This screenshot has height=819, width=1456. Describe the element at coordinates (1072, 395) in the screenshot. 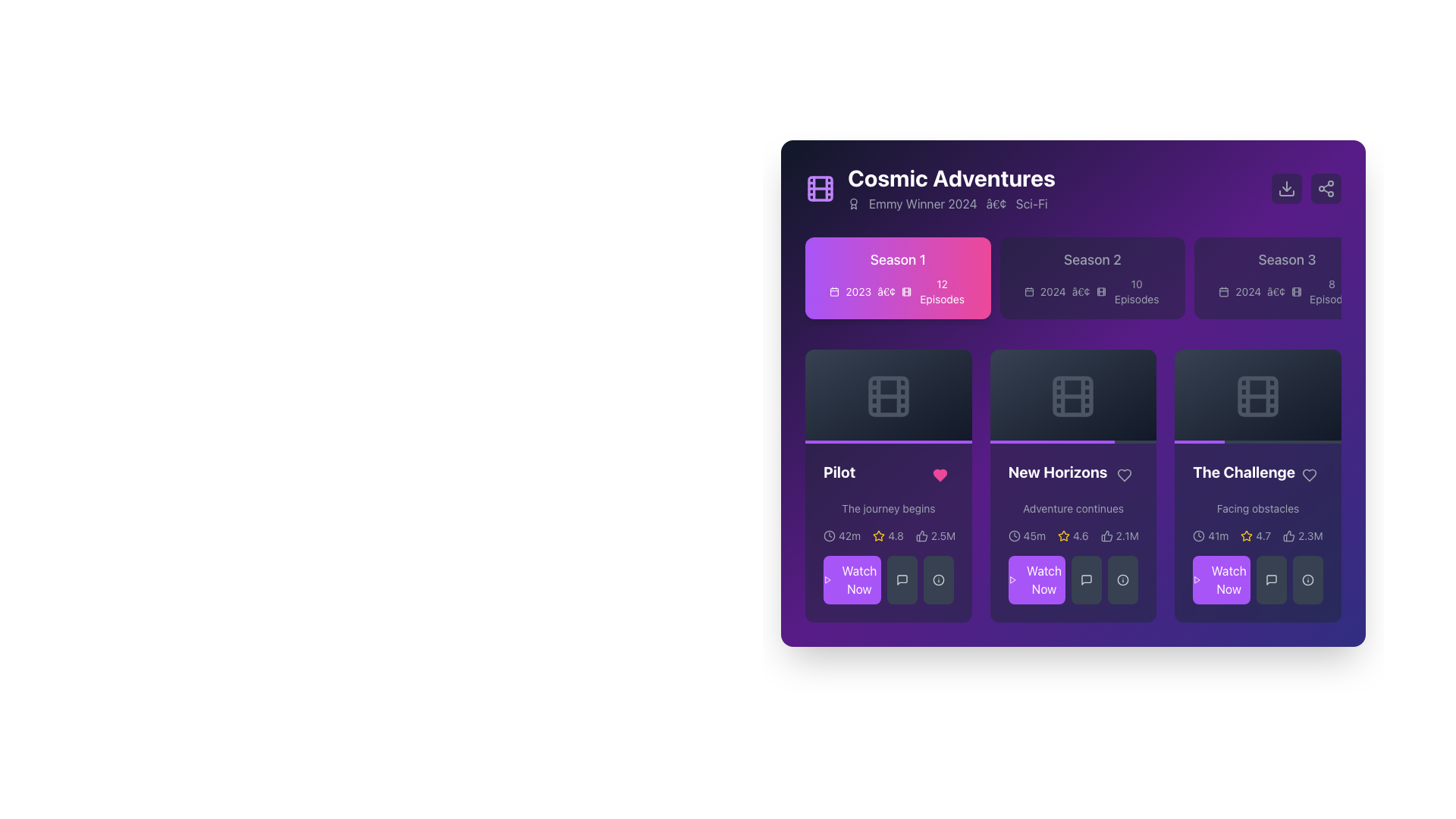

I see `the central rectangular component of the film strip icon in the 'New Horizons' card of the 'Cosmic Adventures' interface` at that location.